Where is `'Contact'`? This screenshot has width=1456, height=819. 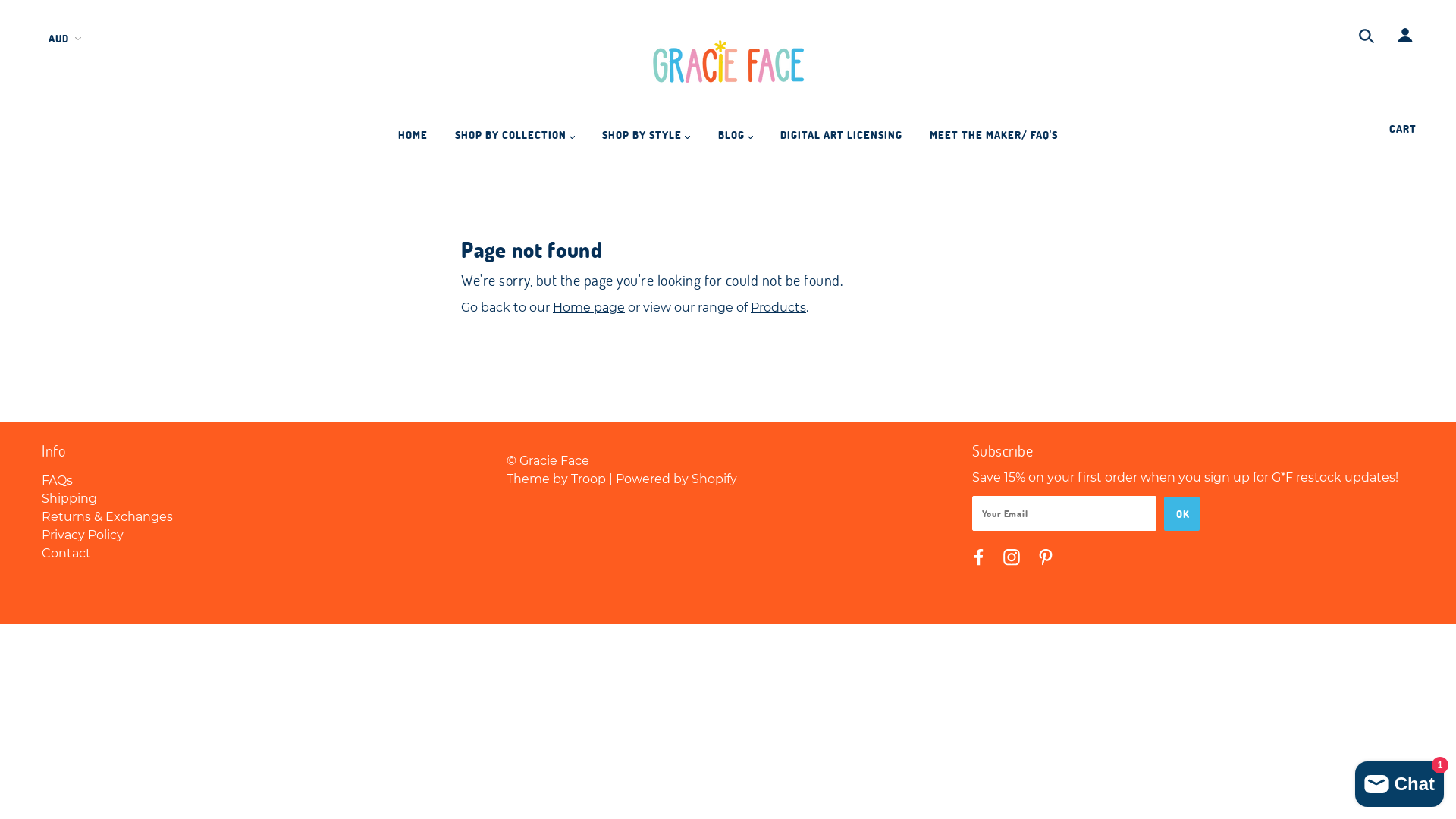 'Contact' is located at coordinates (41, 553).